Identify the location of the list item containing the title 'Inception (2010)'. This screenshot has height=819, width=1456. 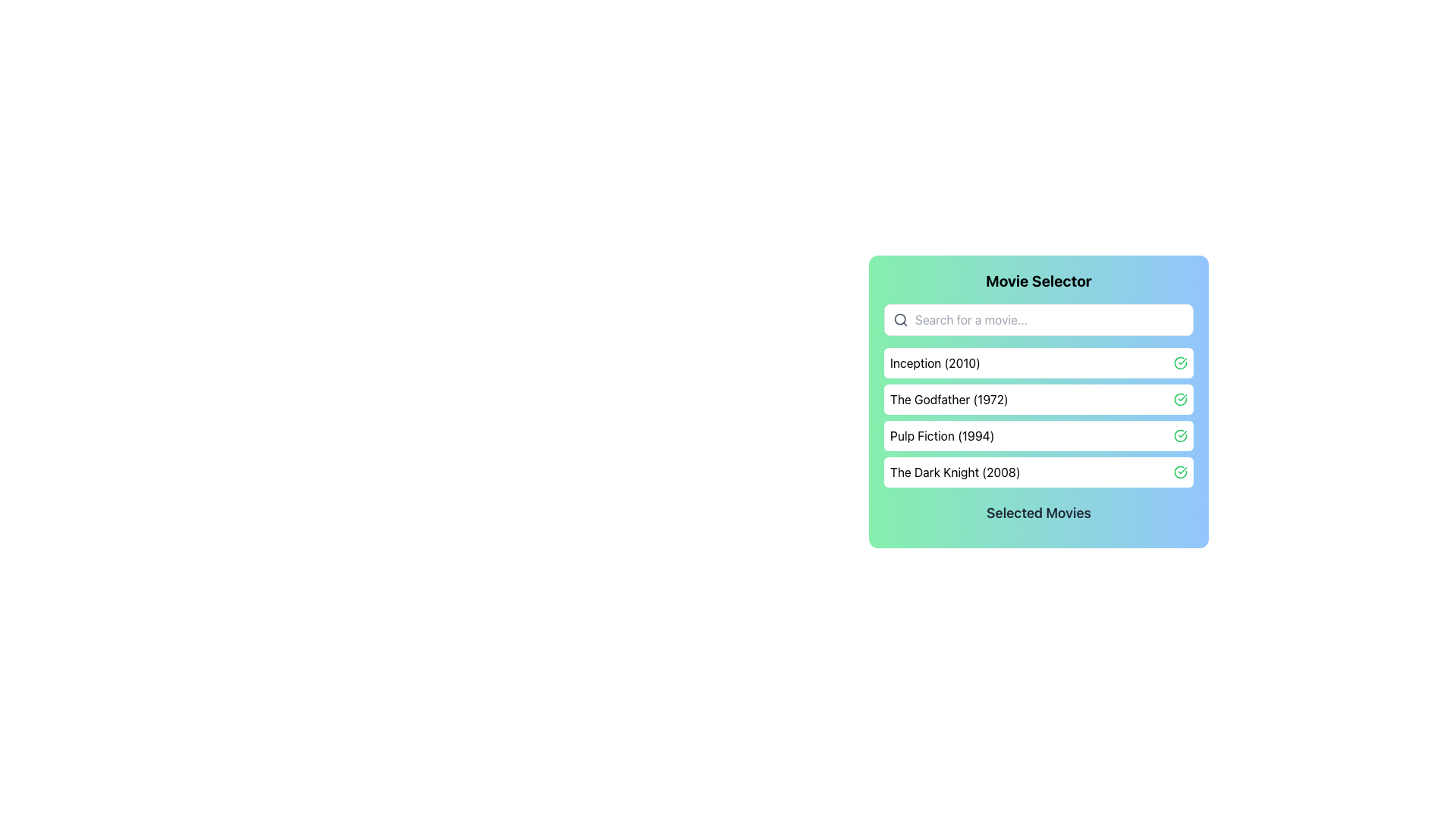
(1037, 362).